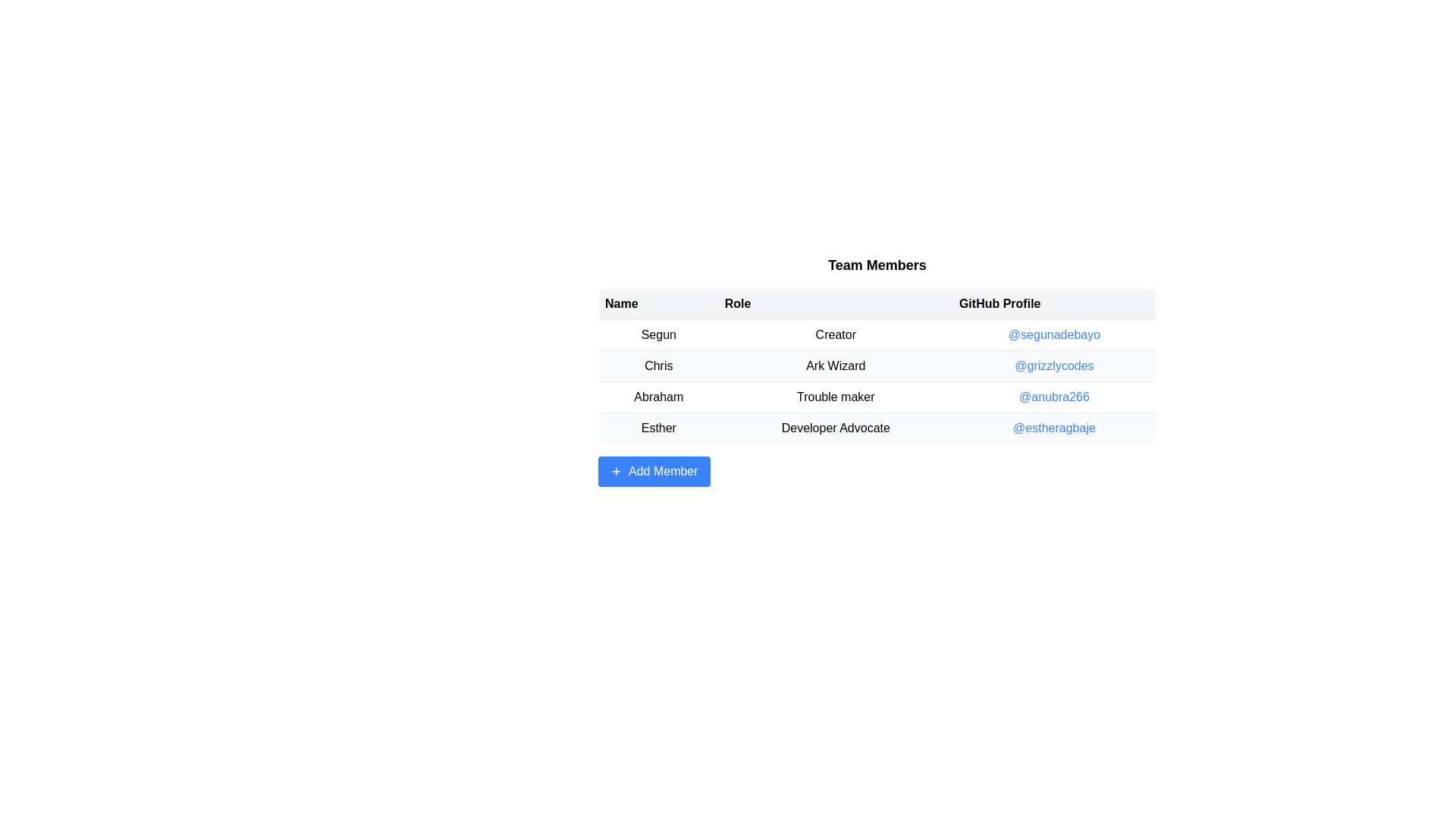 The height and width of the screenshot is (819, 1456). Describe the element at coordinates (1053, 427) in the screenshot. I see `the hyperlink that redirects users to a GitHub profile, located` at that location.